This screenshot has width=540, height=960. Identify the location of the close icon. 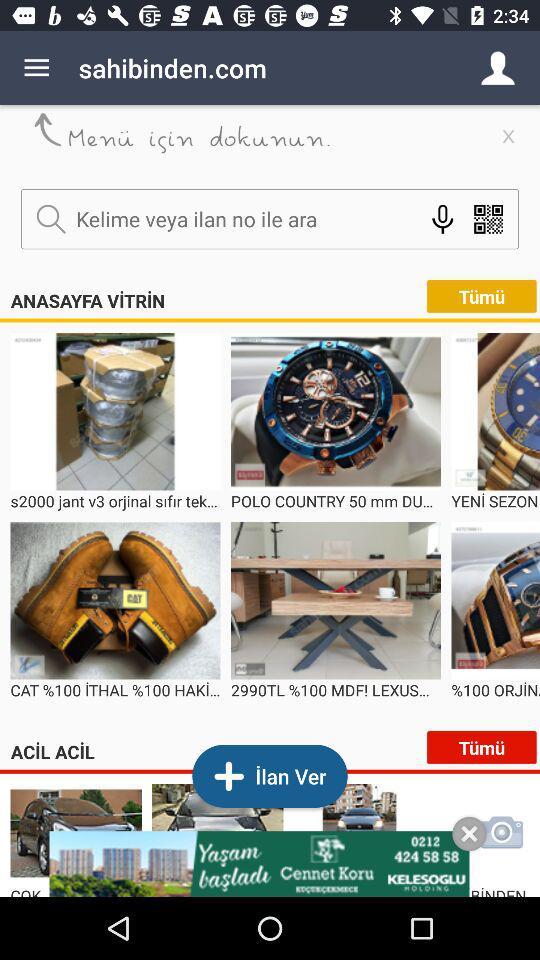
(469, 834).